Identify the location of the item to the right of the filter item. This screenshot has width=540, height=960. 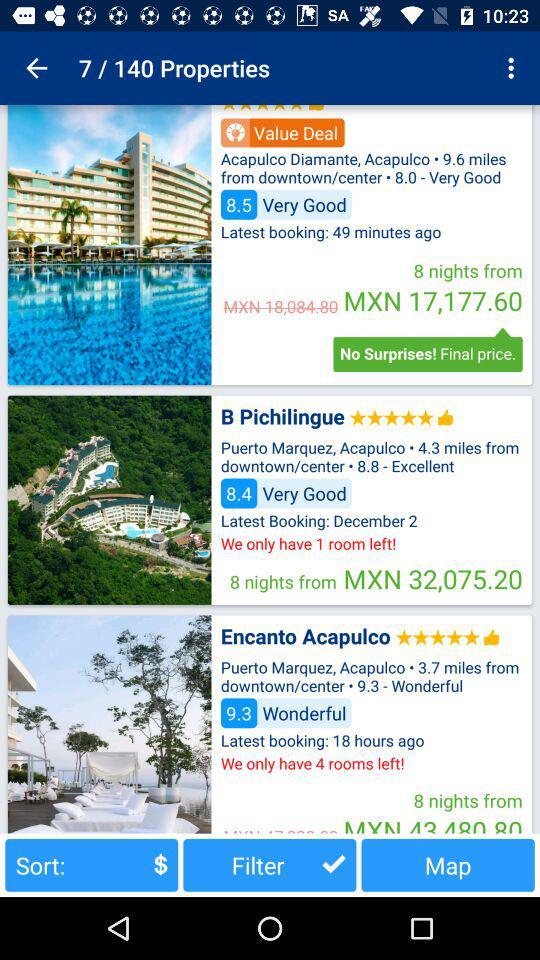
(448, 864).